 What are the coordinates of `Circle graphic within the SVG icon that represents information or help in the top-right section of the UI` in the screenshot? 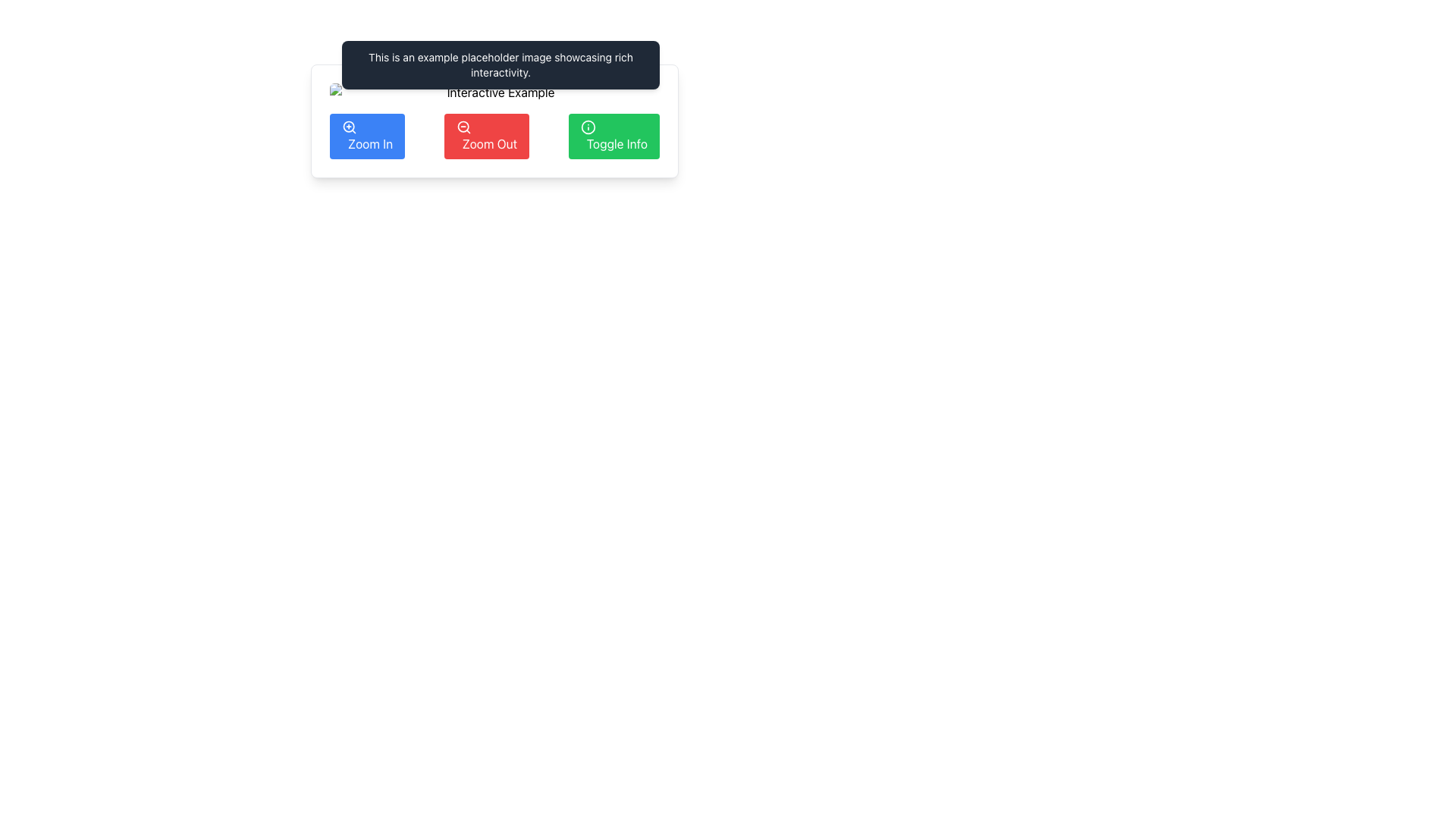 It's located at (587, 127).